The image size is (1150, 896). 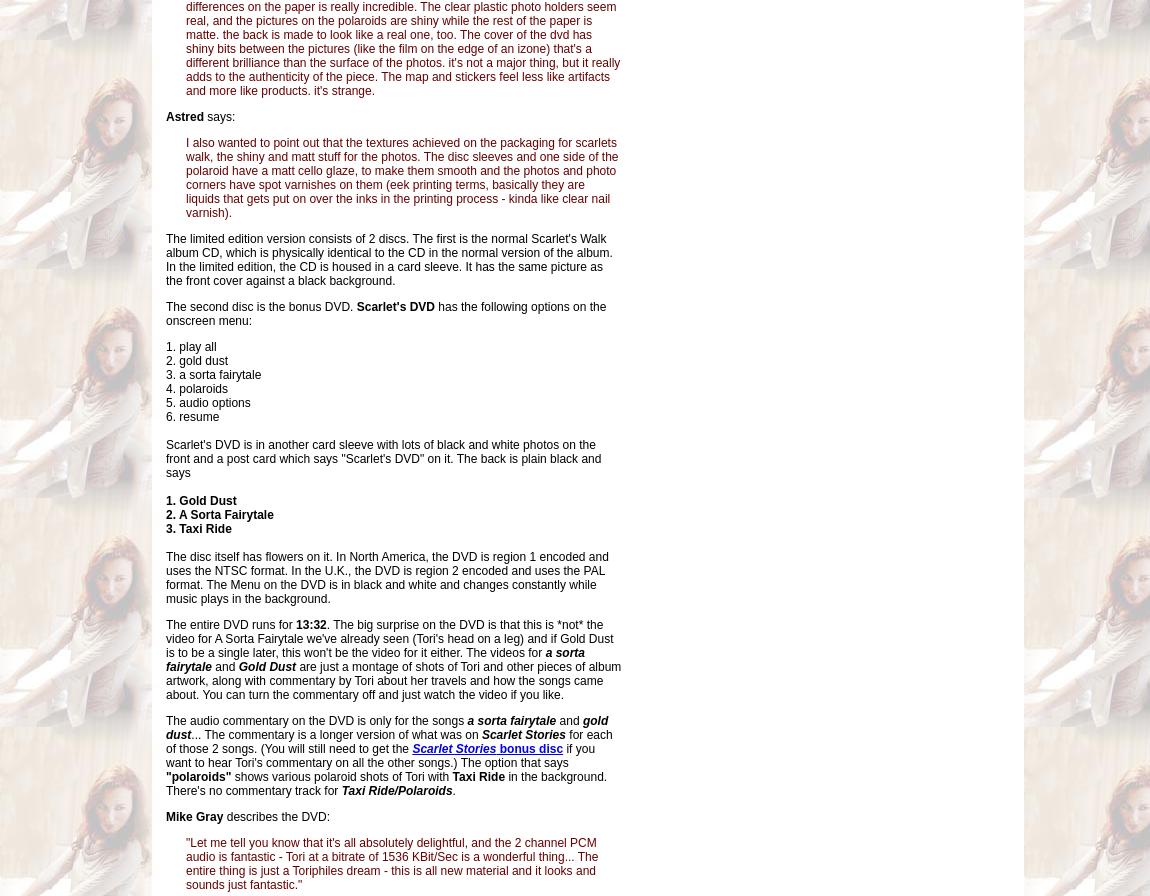 I want to click on 'The disc itself has flowers on it.  In North America, the DVD is region 1  encoded and uses the NTSC format.  In the U.K., the DVD is region 2 encoded and uses the PAL format.  The Menu on the DVD is in black and white and changes constantly while music plays in the background.', so click(x=386, y=578).